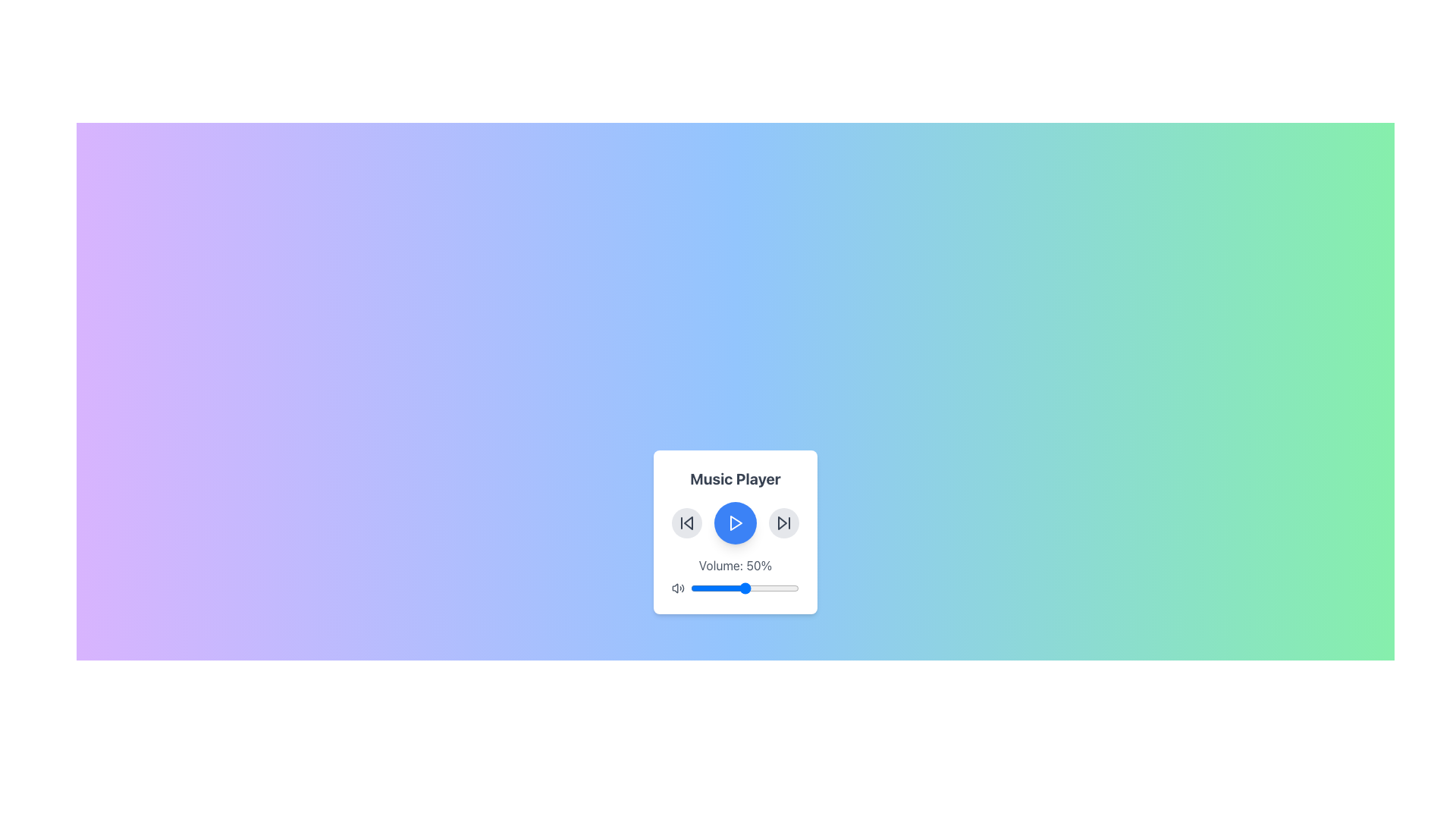  I want to click on the triangular play icon button with a gradient blue background in the center of the Music Player interface, so click(735, 522).